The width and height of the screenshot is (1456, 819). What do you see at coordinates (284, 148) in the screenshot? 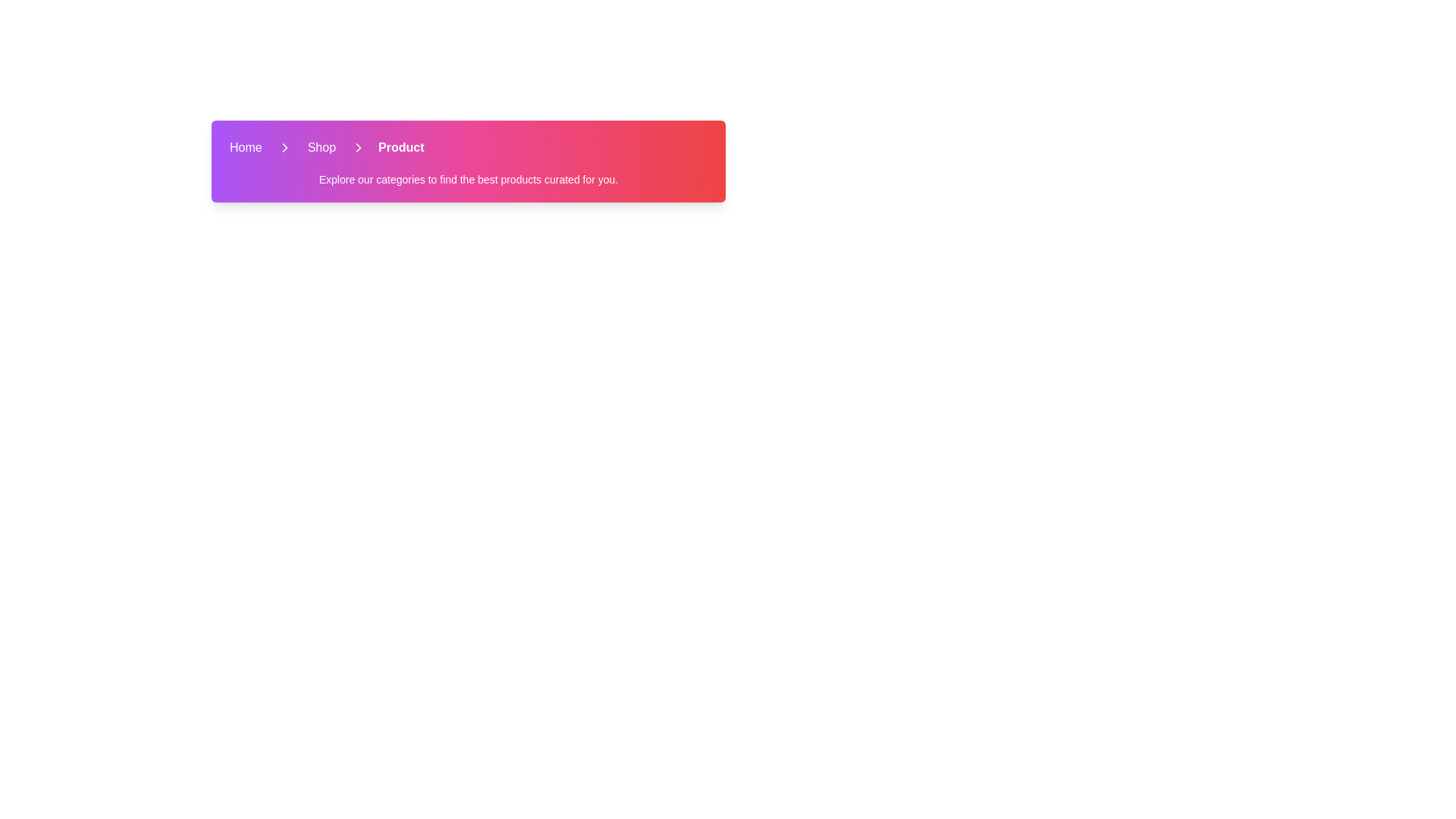
I see `the chevron icon in the breadcrumb navigation bar, which visually separates the 'Shop' and 'Product' items` at bounding box center [284, 148].